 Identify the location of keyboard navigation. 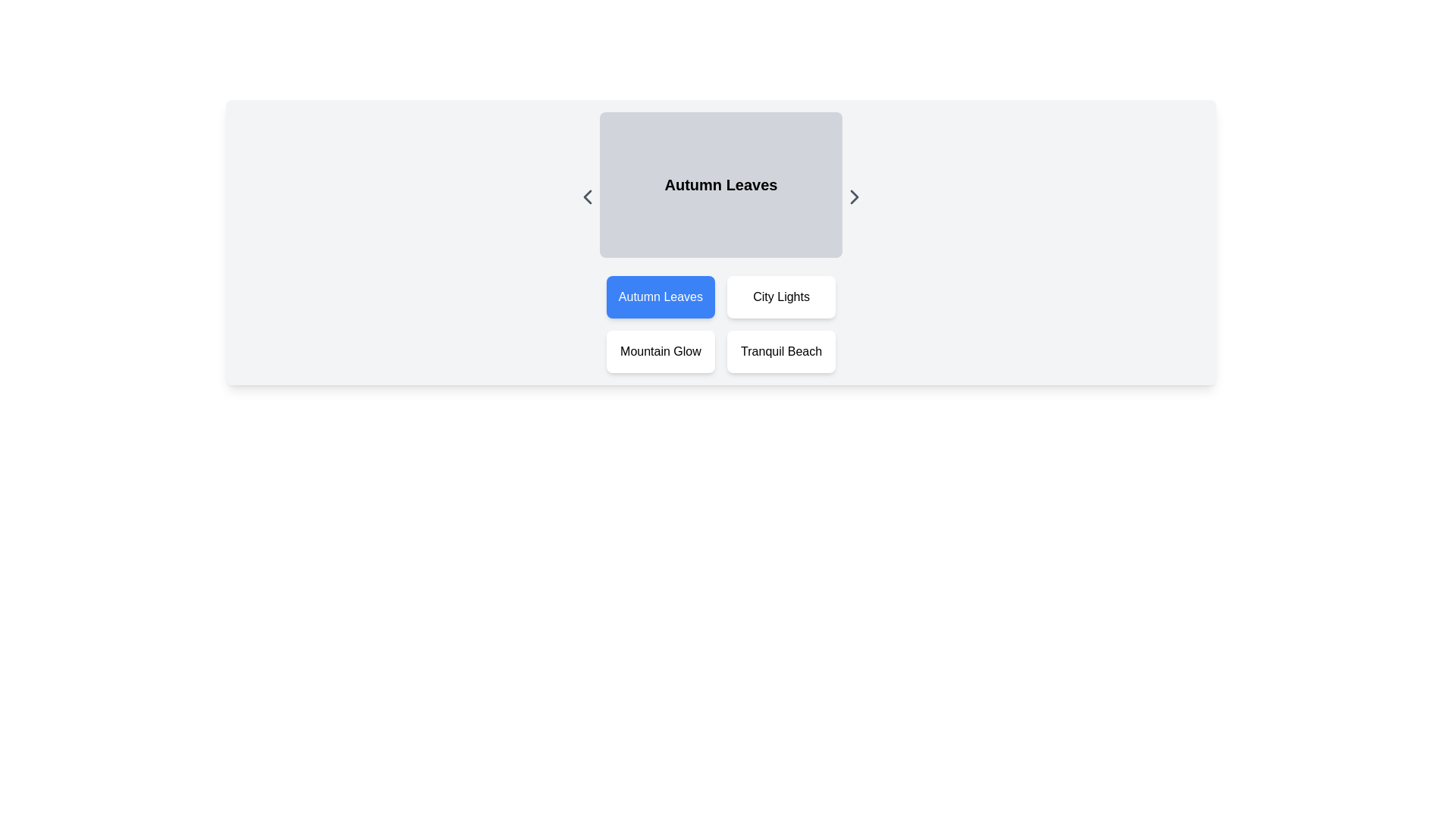
(720, 324).